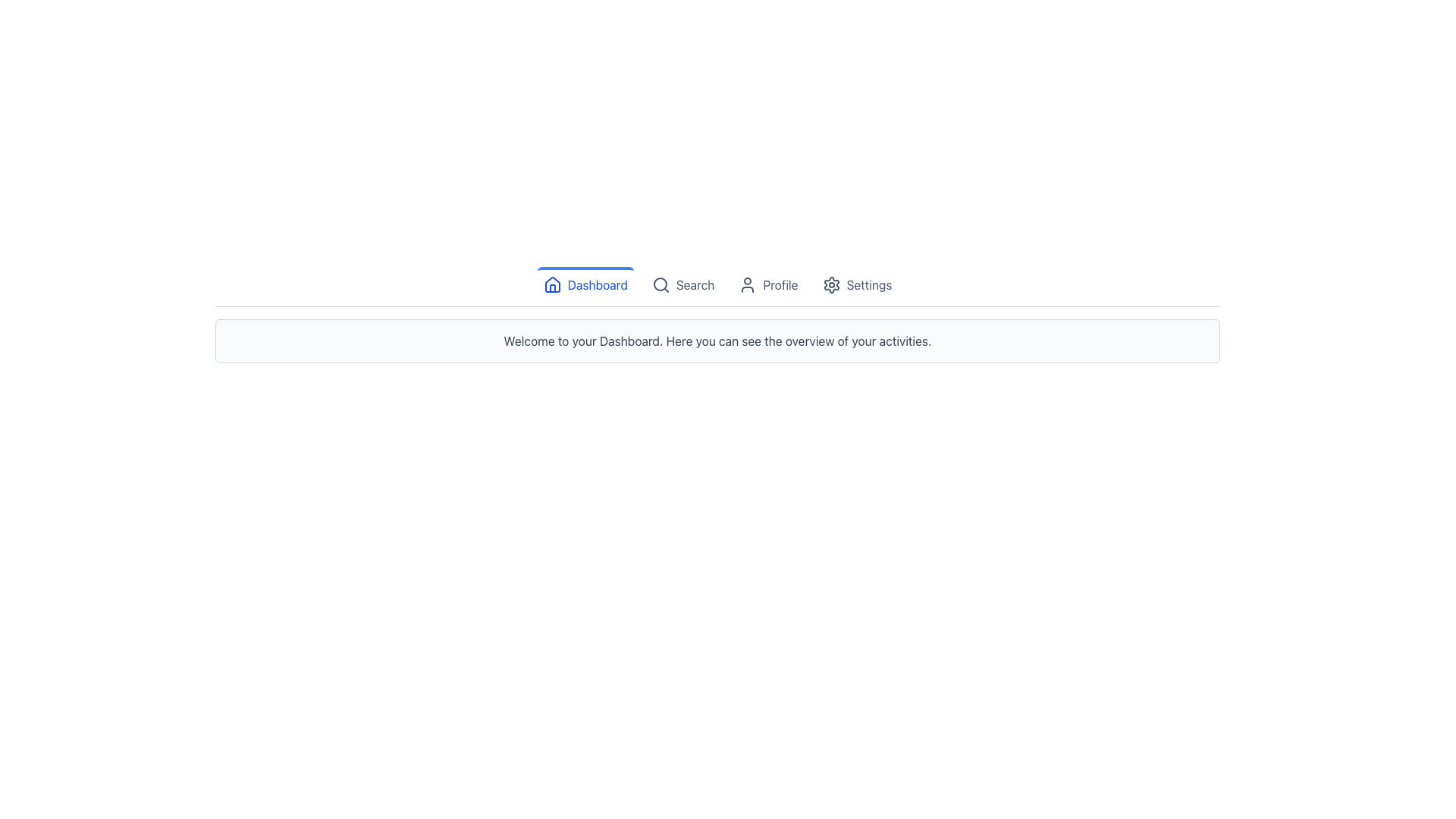  Describe the element at coordinates (682, 284) in the screenshot. I see `the 'Search' button, which features a magnifying glass icon and is located in the navigation bar to the right of 'Dashboard' and to the left of 'Profile'` at that location.